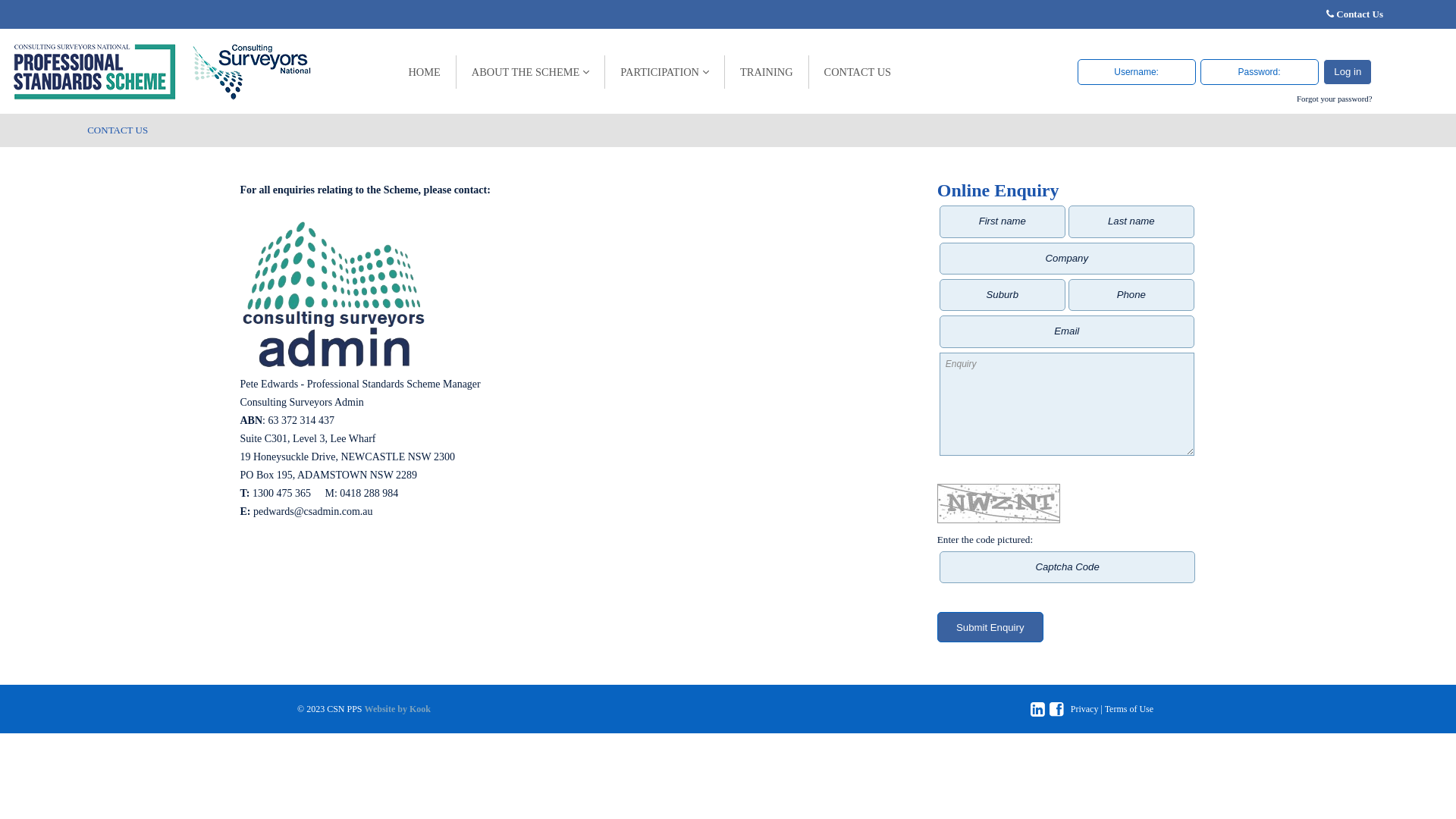 Image resolution: width=1456 pixels, height=819 pixels. Describe the element at coordinates (1360, 14) in the screenshot. I see `'Contact Us'` at that location.